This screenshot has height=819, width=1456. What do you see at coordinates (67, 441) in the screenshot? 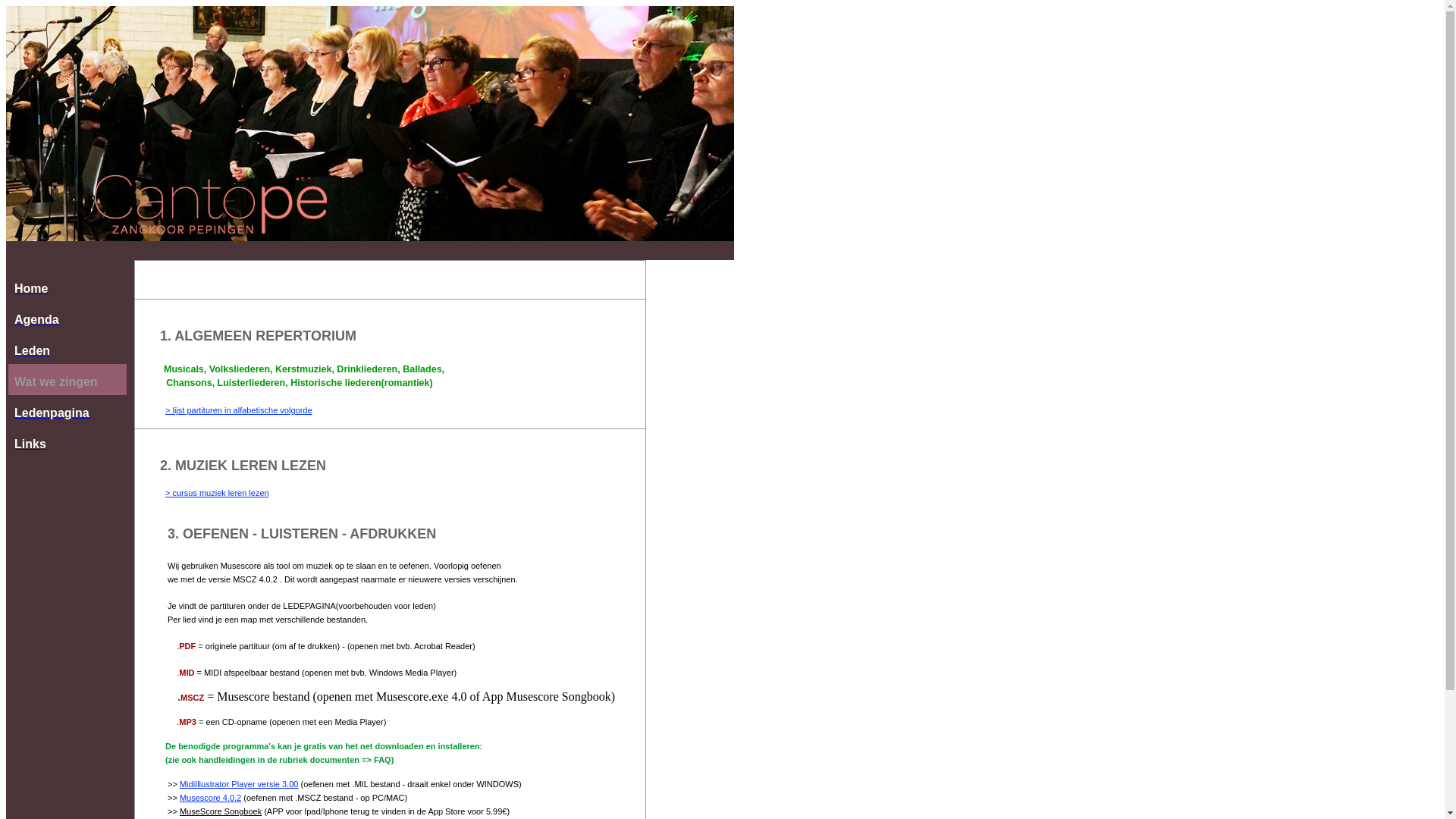
I see `'Links'` at bounding box center [67, 441].